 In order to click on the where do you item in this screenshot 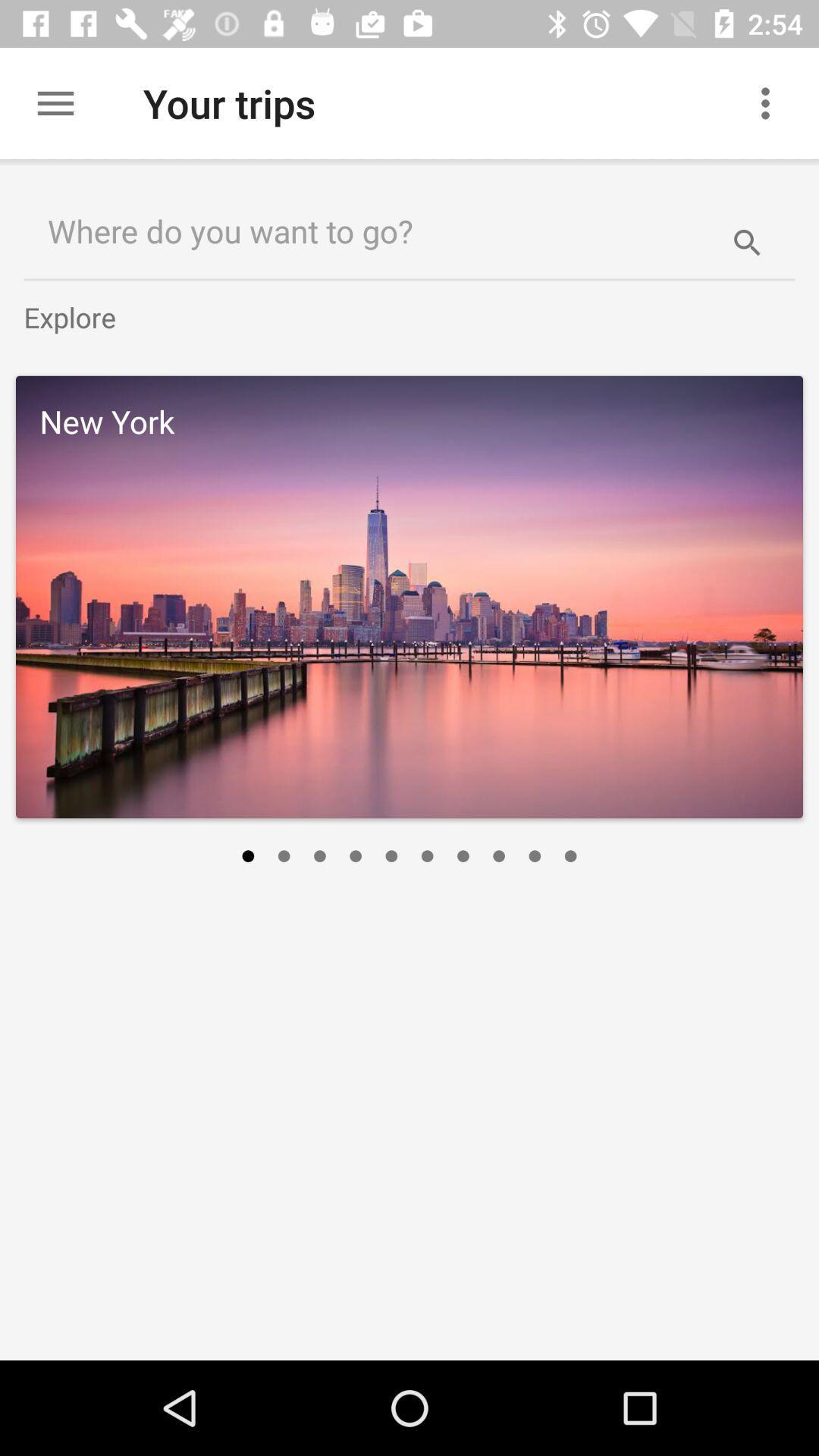, I will do `click(362, 230)`.